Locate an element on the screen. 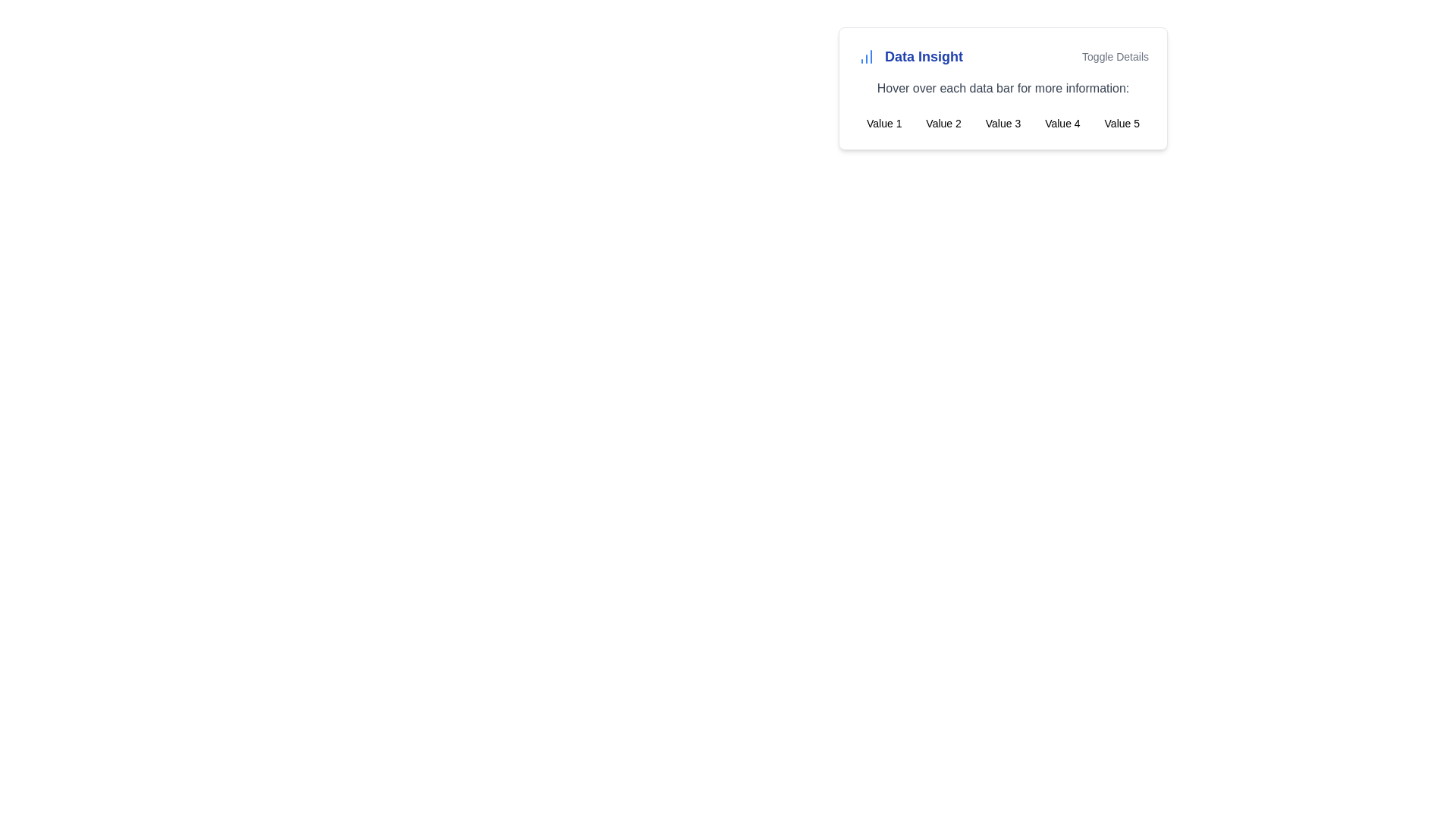 The height and width of the screenshot is (819, 1456). the text label indicating 'Value 5', which serves as a category or data point in a grid of similar labels is located at coordinates (1122, 119).